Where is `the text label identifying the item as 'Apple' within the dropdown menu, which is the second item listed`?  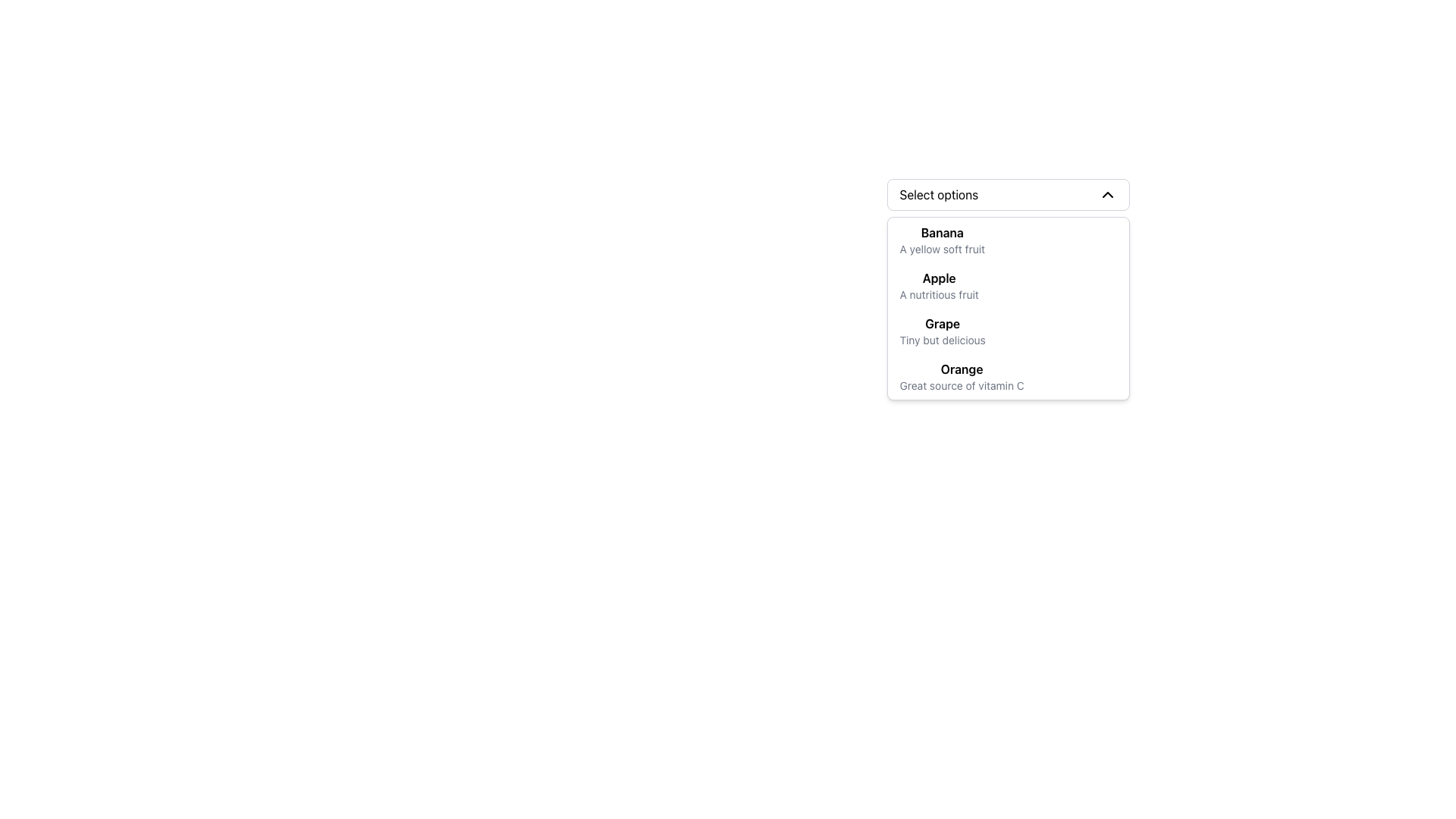 the text label identifying the item as 'Apple' within the dropdown menu, which is the second item listed is located at coordinates (938, 278).